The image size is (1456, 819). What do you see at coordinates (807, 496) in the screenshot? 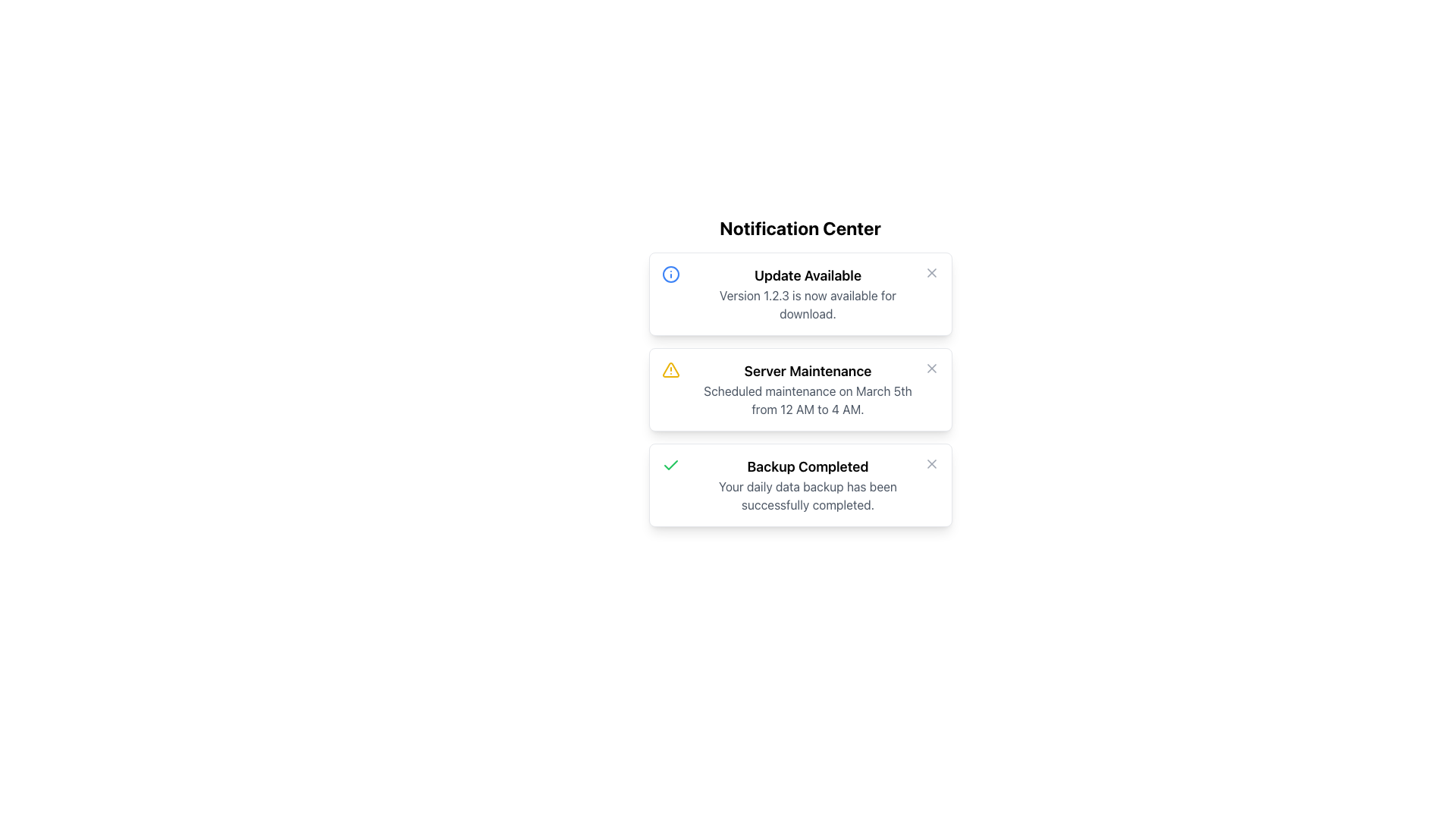
I see `the text element that reads 'Your daily data backup has been successfully completed,' located under the title 'Backup Completed' in the notification card` at bounding box center [807, 496].